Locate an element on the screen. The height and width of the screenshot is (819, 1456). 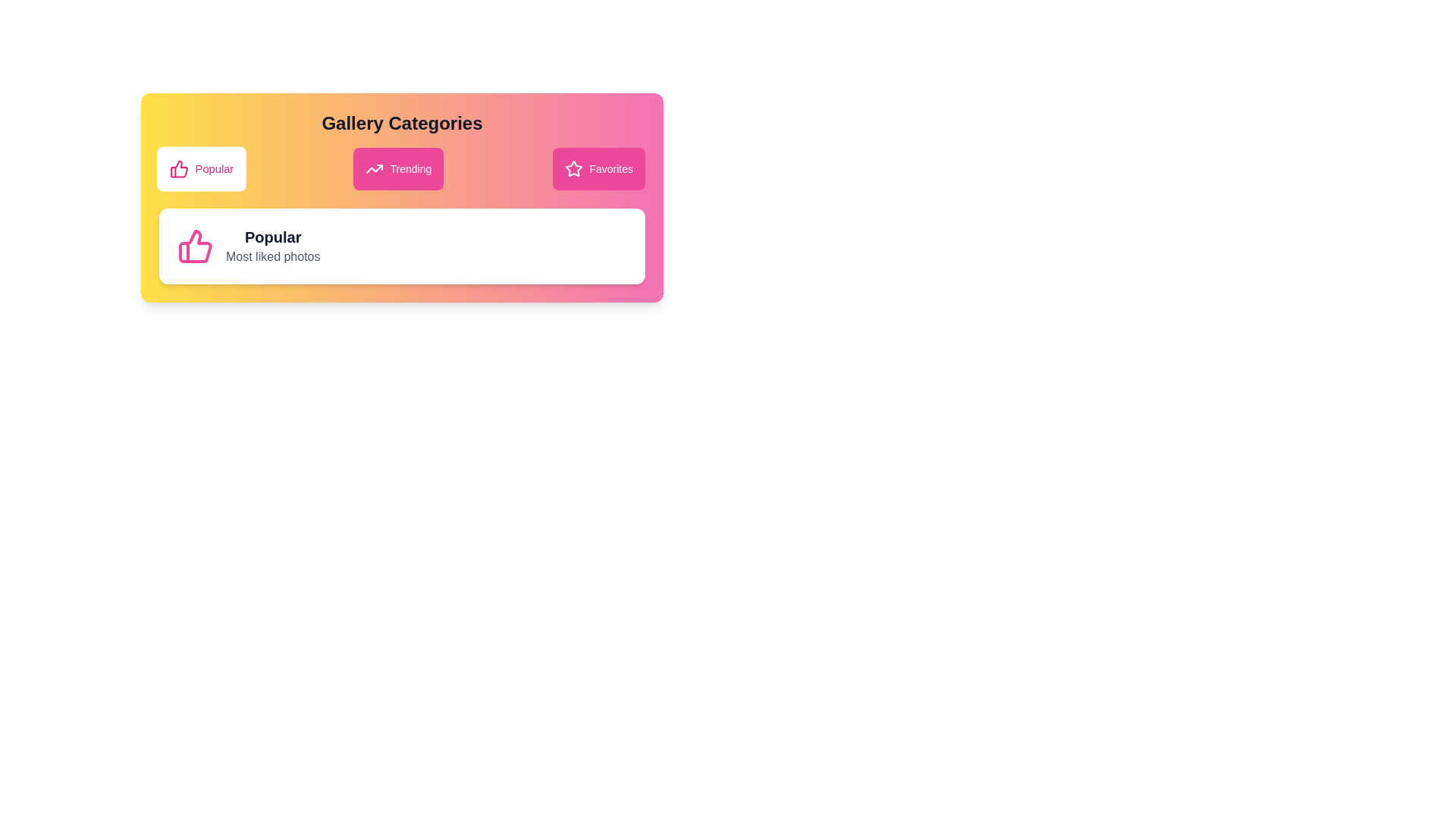
'Popular' text label which is bold and larger-font in black, located in the lower left quadrant of the 'Gallery Categories' section, adjacent to a pink thumbs-up icon is located at coordinates (273, 245).